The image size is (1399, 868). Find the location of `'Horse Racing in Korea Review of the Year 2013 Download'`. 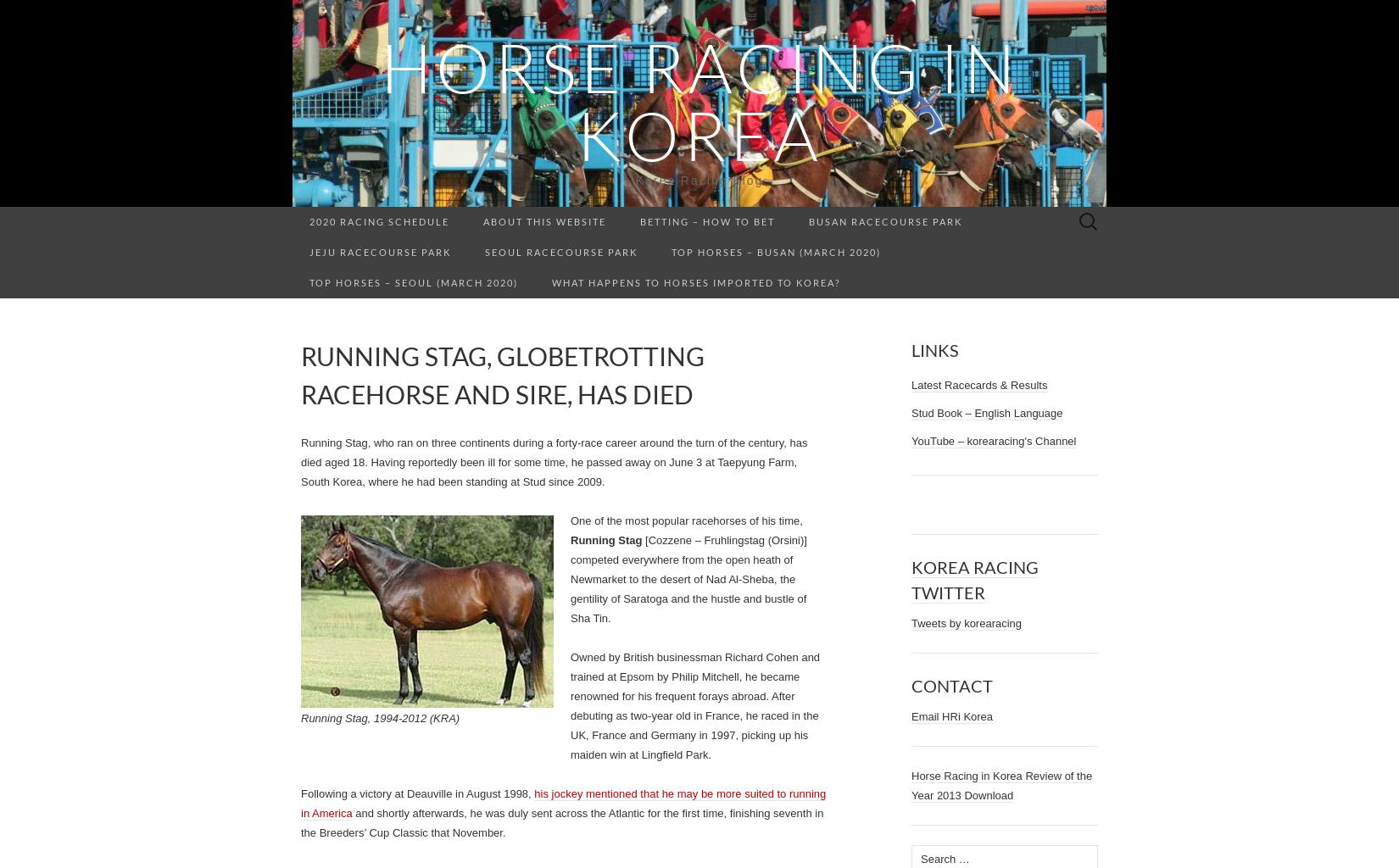

'Horse Racing in Korea Review of the Year 2013 Download' is located at coordinates (1001, 785).